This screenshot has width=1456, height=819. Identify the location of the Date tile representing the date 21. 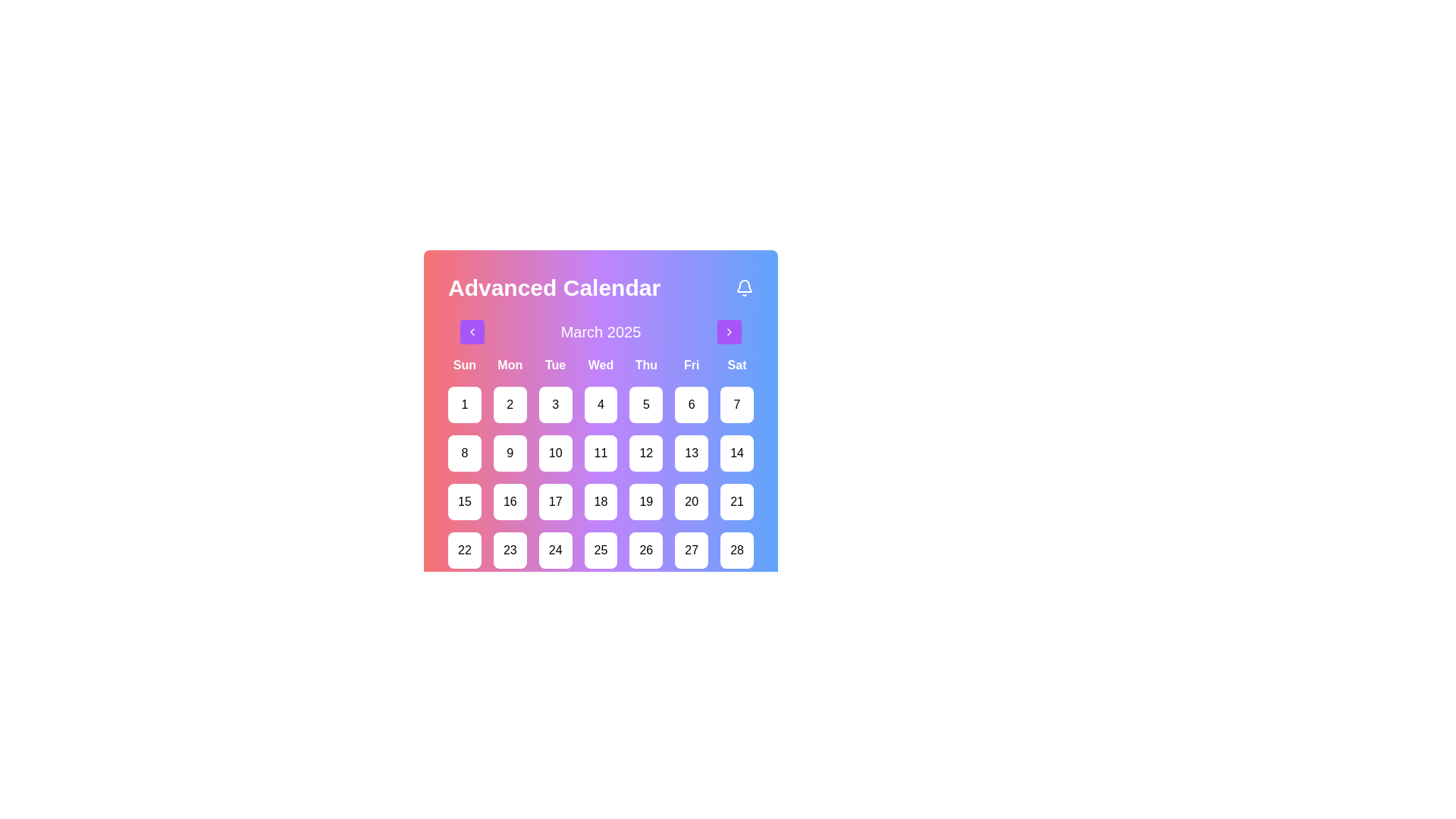
(736, 502).